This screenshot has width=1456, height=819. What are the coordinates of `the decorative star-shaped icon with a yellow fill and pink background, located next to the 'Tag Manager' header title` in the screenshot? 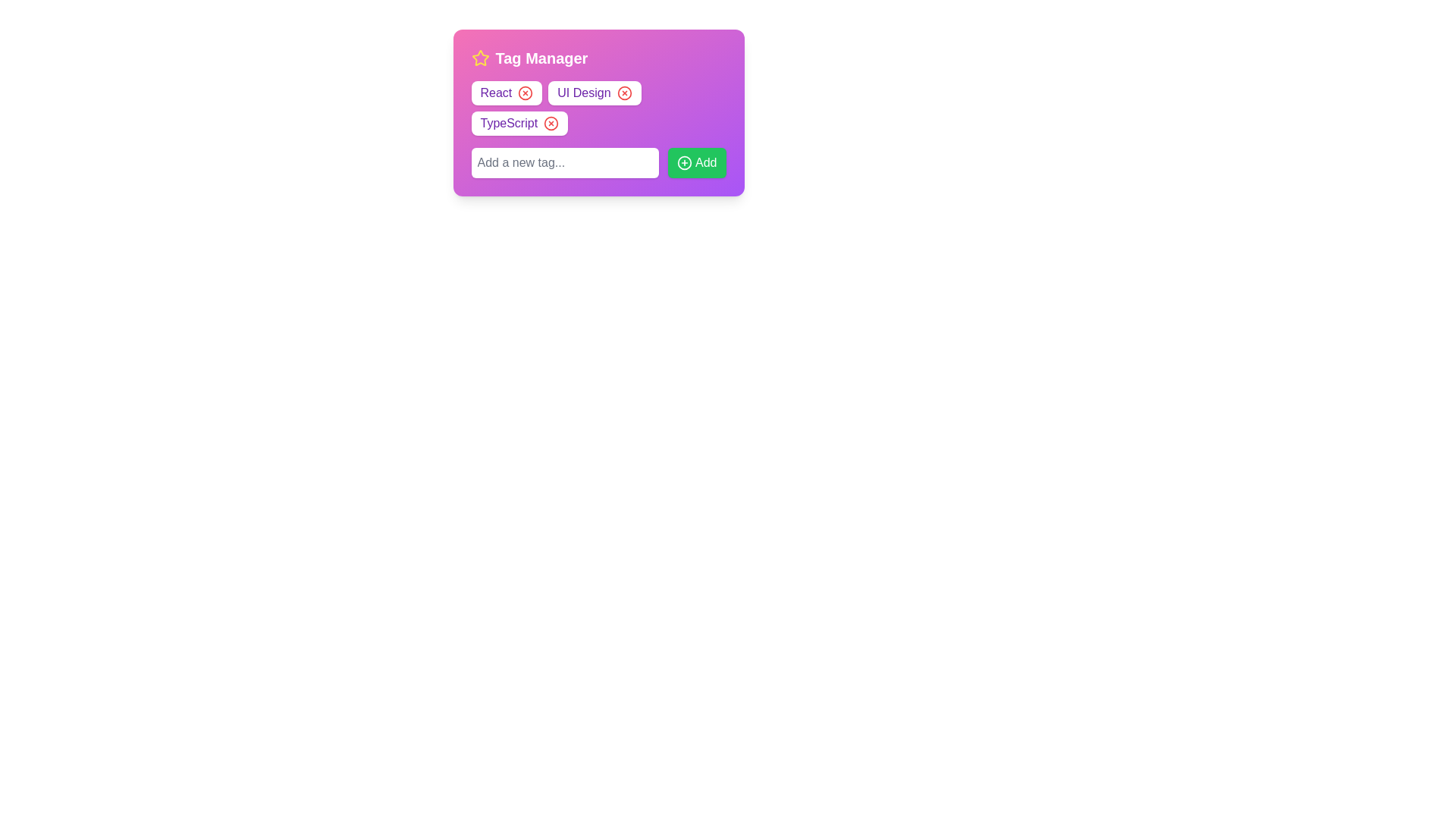 It's located at (479, 57).